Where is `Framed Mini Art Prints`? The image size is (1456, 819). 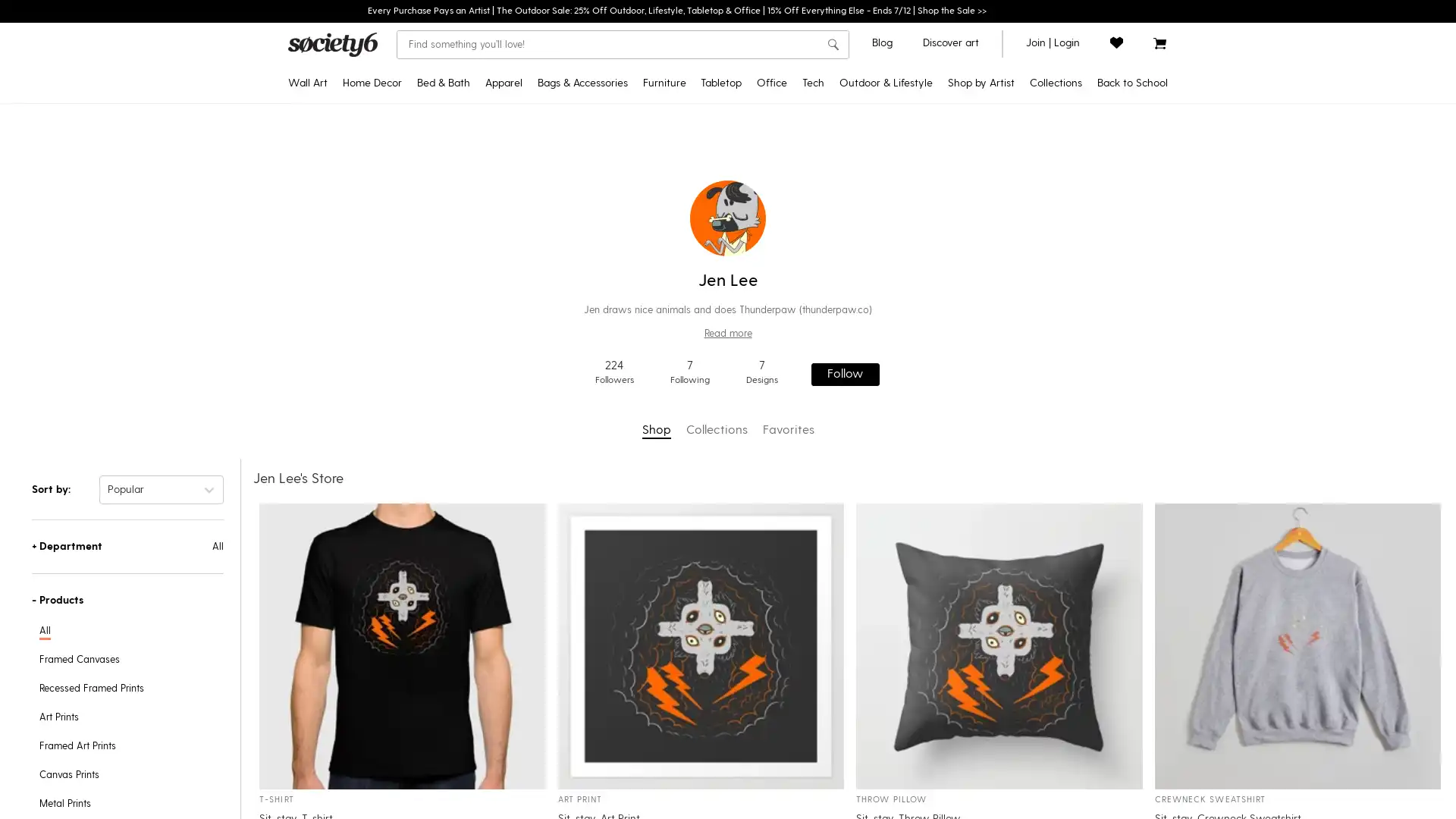
Framed Mini Art Prints is located at coordinates (356, 415).